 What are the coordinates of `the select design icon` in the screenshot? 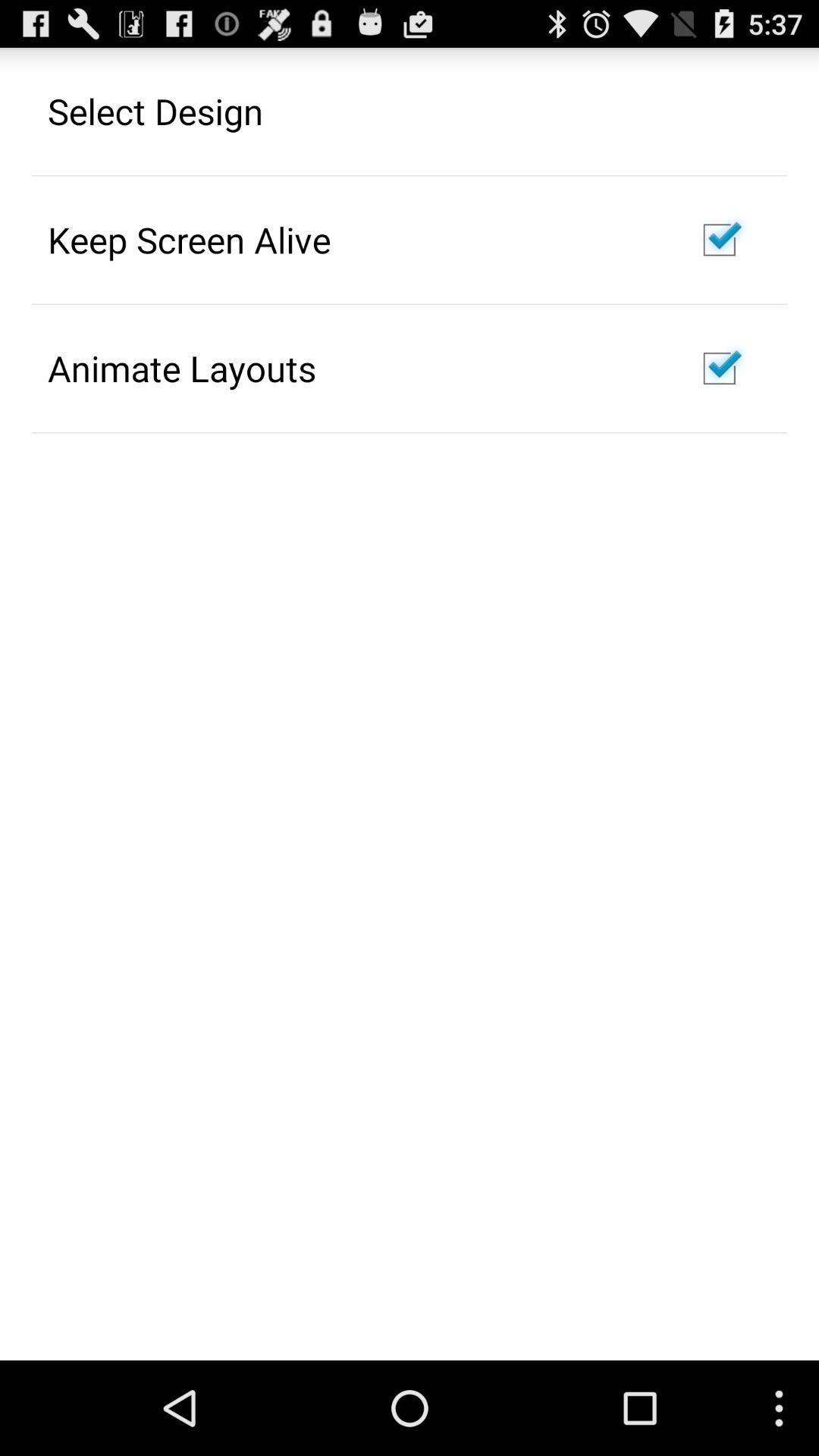 It's located at (155, 110).